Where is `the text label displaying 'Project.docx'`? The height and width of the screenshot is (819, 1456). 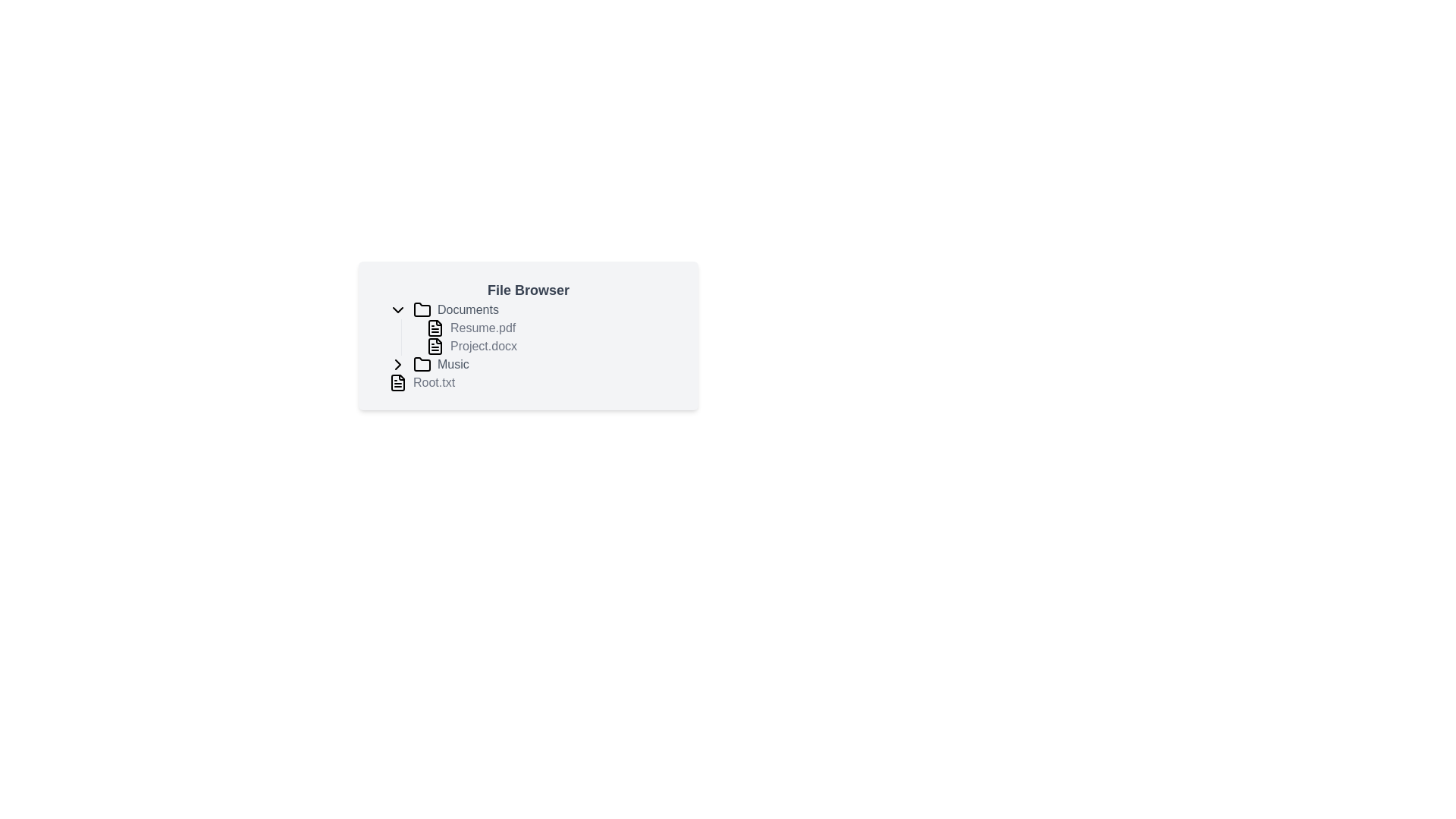 the text label displaying 'Project.docx' is located at coordinates (483, 346).